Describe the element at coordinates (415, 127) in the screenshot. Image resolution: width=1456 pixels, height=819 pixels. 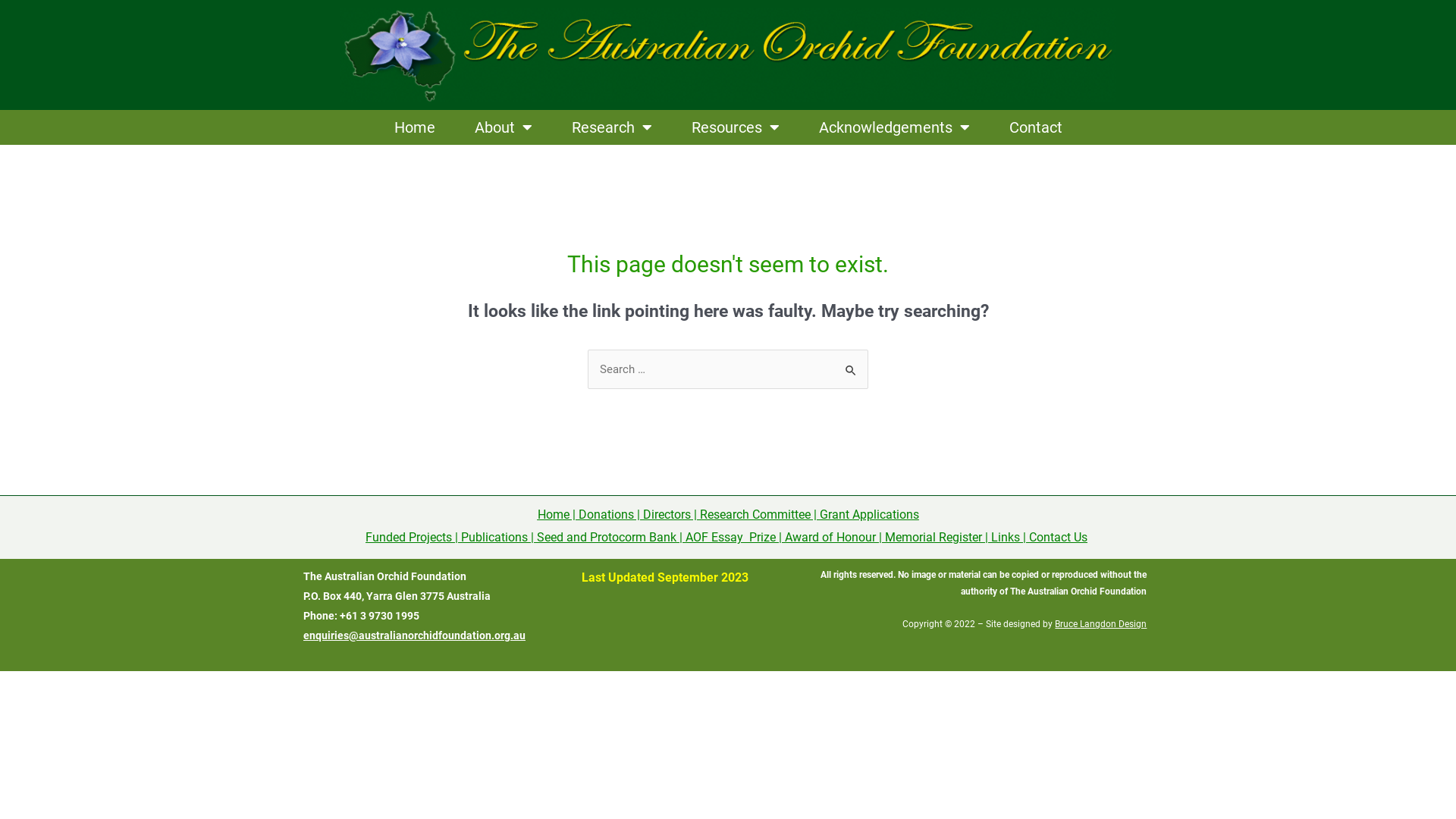
I see `'Home'` at that location.